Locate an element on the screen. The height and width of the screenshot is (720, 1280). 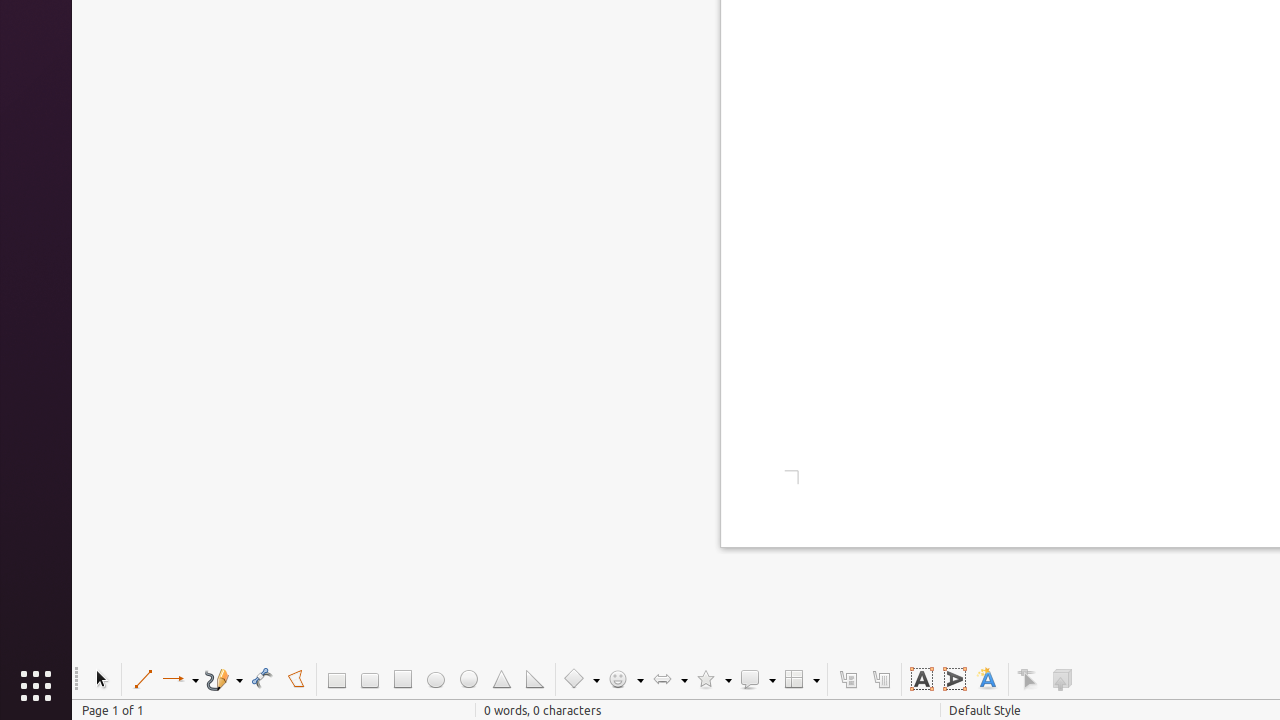
'Curves and Polygons' is located at coordinates (224, 678).